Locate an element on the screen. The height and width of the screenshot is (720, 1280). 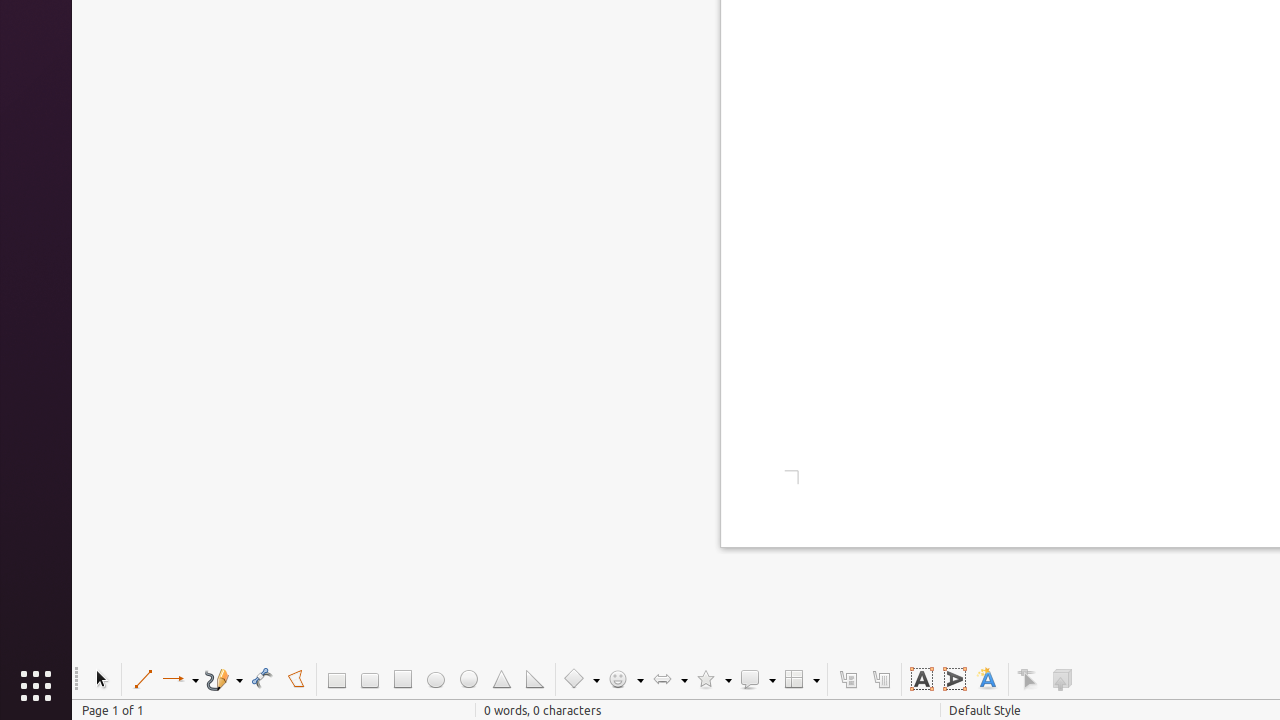
'Curves and Polygons' is located at coordinates (224, 678).